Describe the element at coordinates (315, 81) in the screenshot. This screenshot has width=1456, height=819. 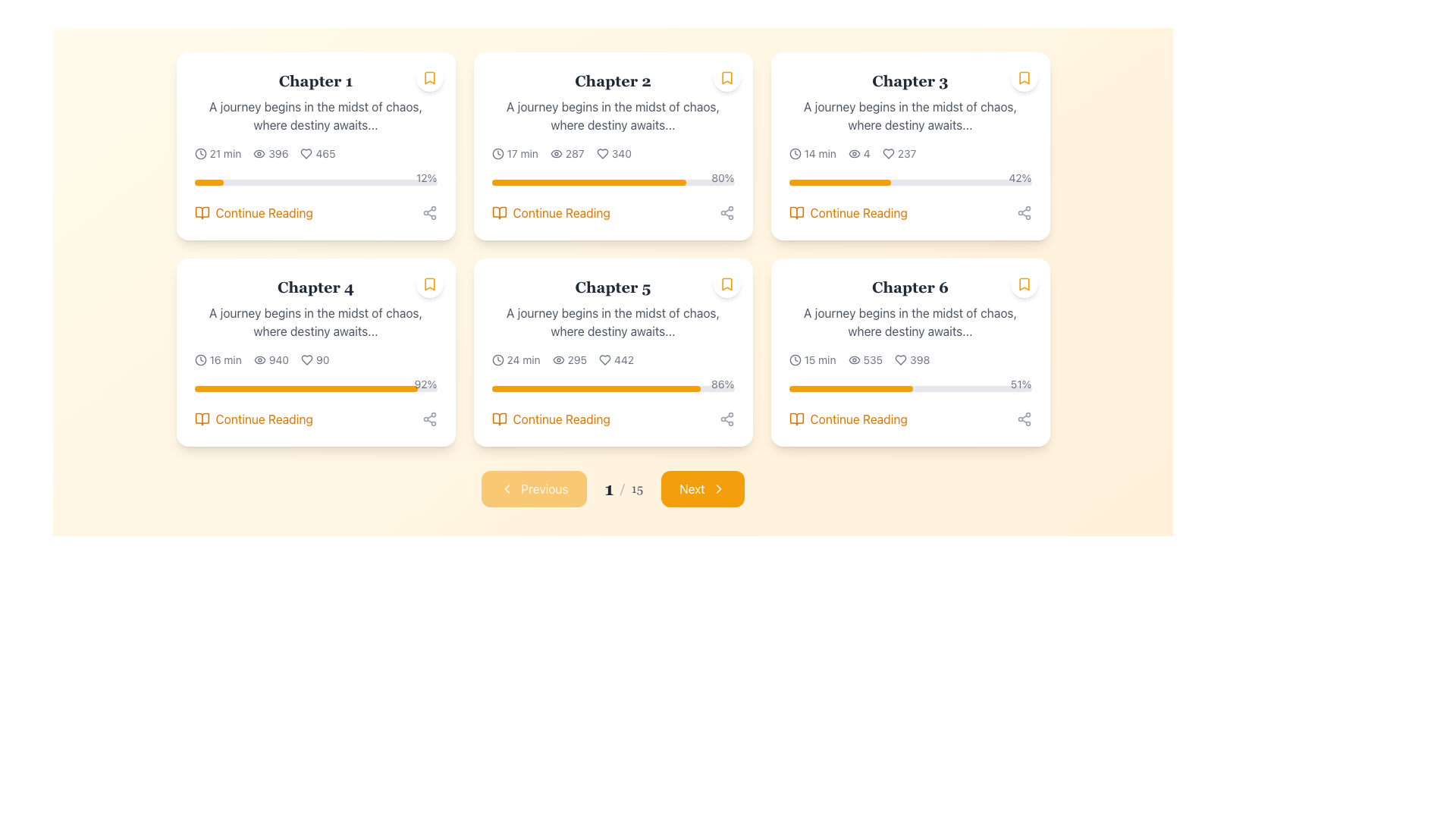
I see `the 'Chapter 1' text heading, which is a large, bold-serif styled label located at the top of a card element in the upper left section of a 2x3 grid layout` at that location.